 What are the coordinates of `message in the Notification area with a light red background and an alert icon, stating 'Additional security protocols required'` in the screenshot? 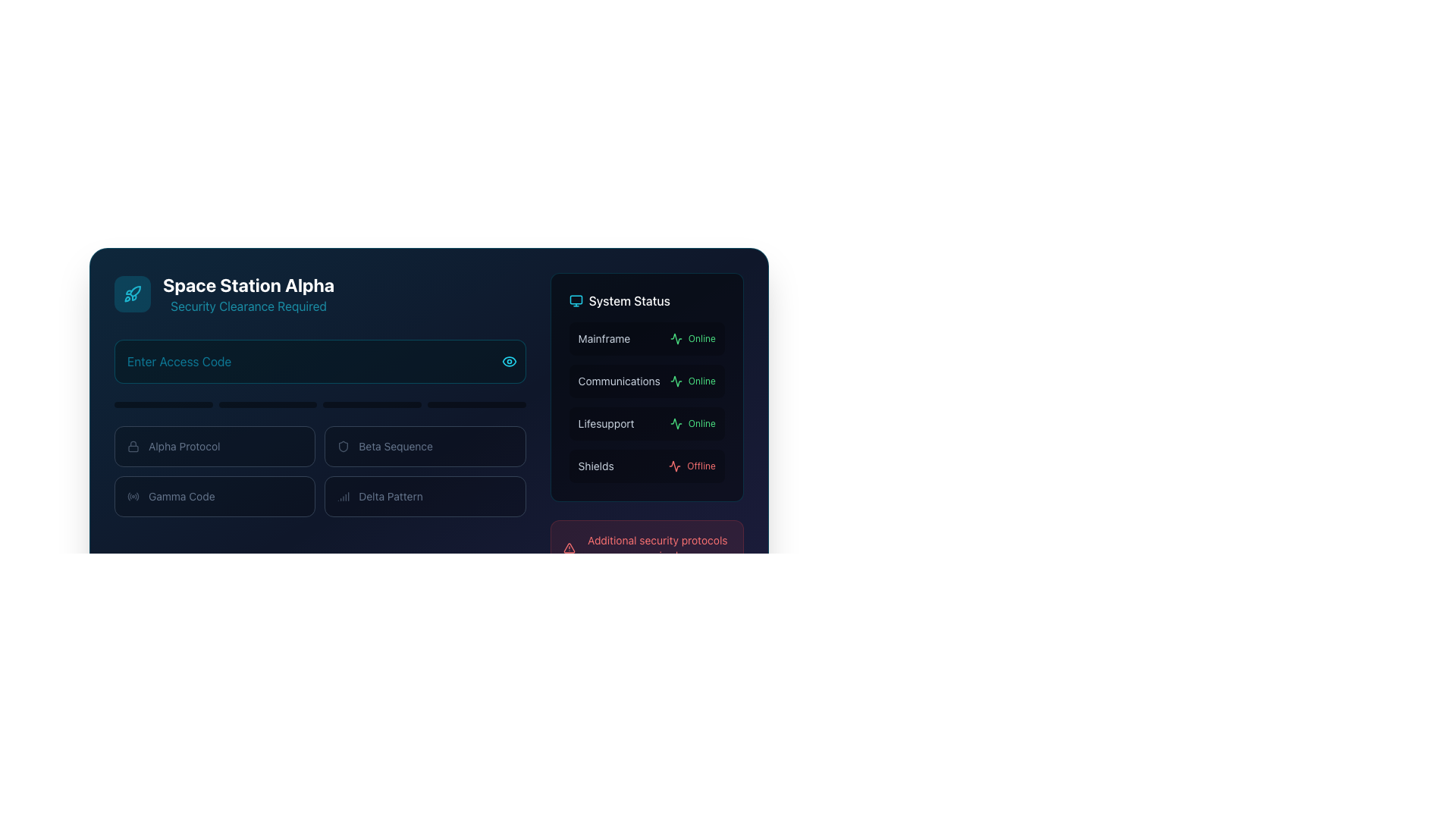 It's located at (647, 548).